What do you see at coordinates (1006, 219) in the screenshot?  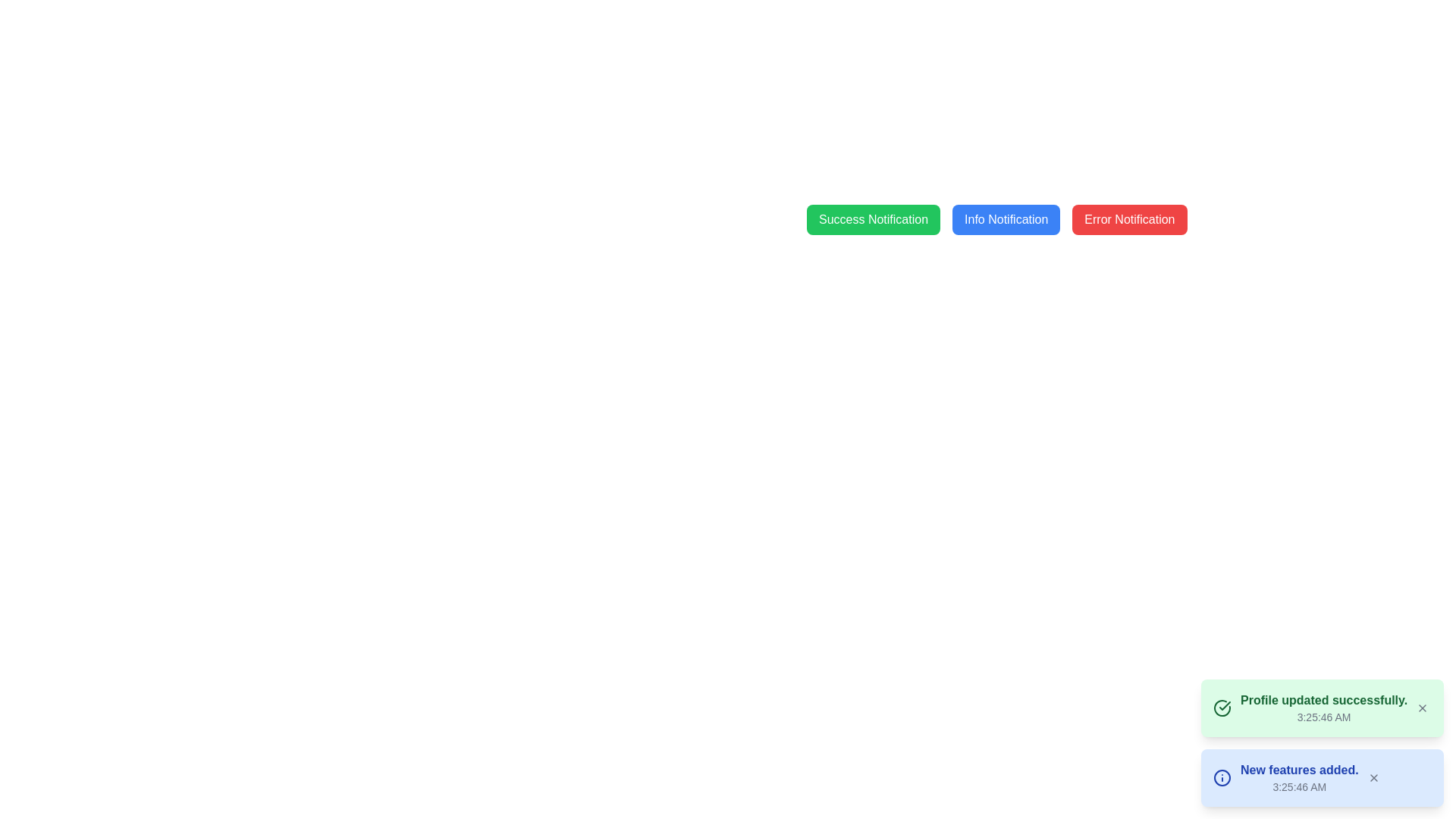 I see `the notification trigger button located between the 'Success Notification' and 'Error Notification' buttons to observe hover effects` at bounding box center [1006, 219].